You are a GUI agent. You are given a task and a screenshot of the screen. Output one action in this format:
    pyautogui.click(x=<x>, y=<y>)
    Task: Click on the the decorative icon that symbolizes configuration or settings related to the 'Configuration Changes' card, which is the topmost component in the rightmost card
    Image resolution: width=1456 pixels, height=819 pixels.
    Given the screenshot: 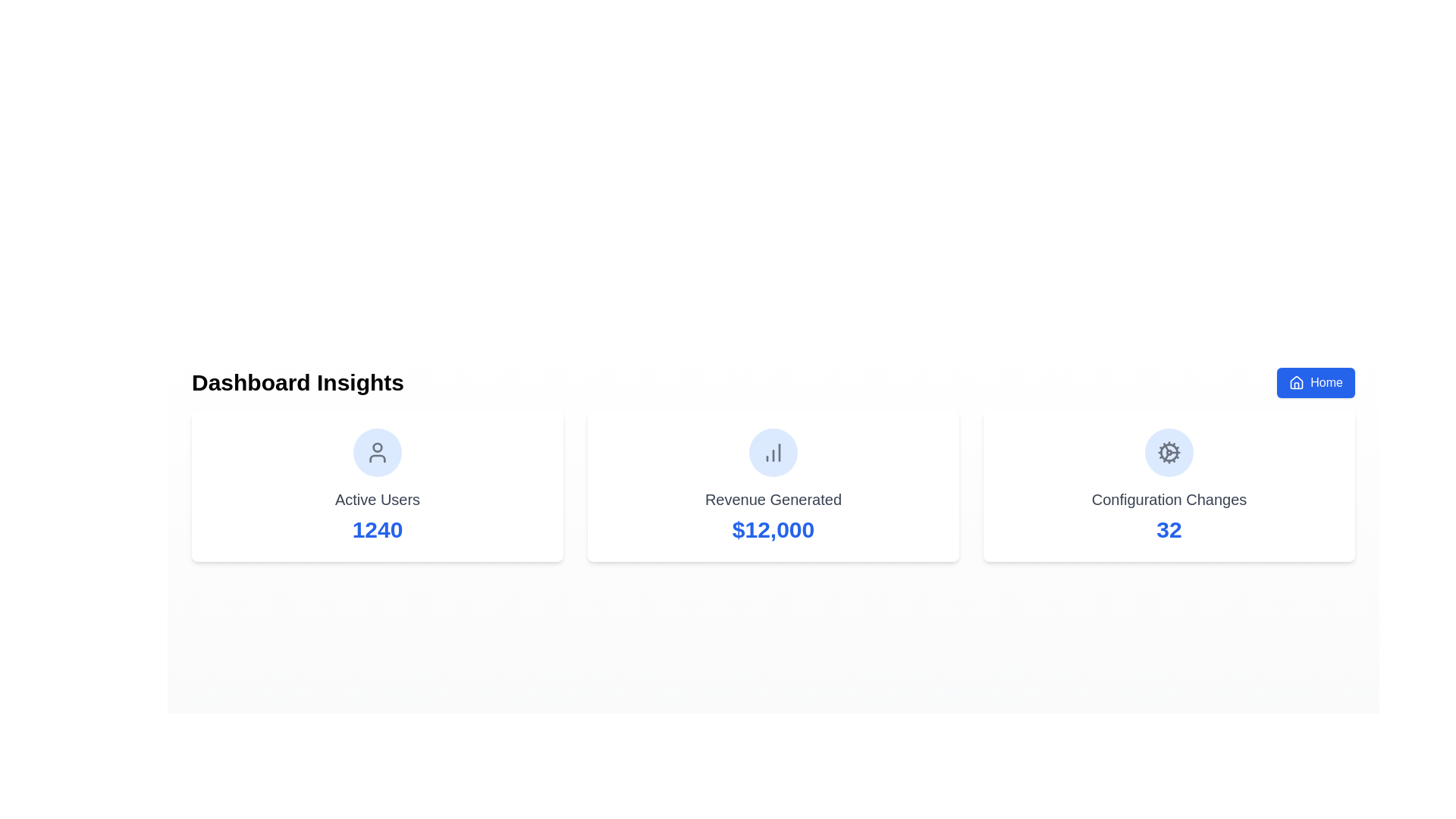 What is the action you would take?
    pyautogui.click(x=1168, y=452)
    